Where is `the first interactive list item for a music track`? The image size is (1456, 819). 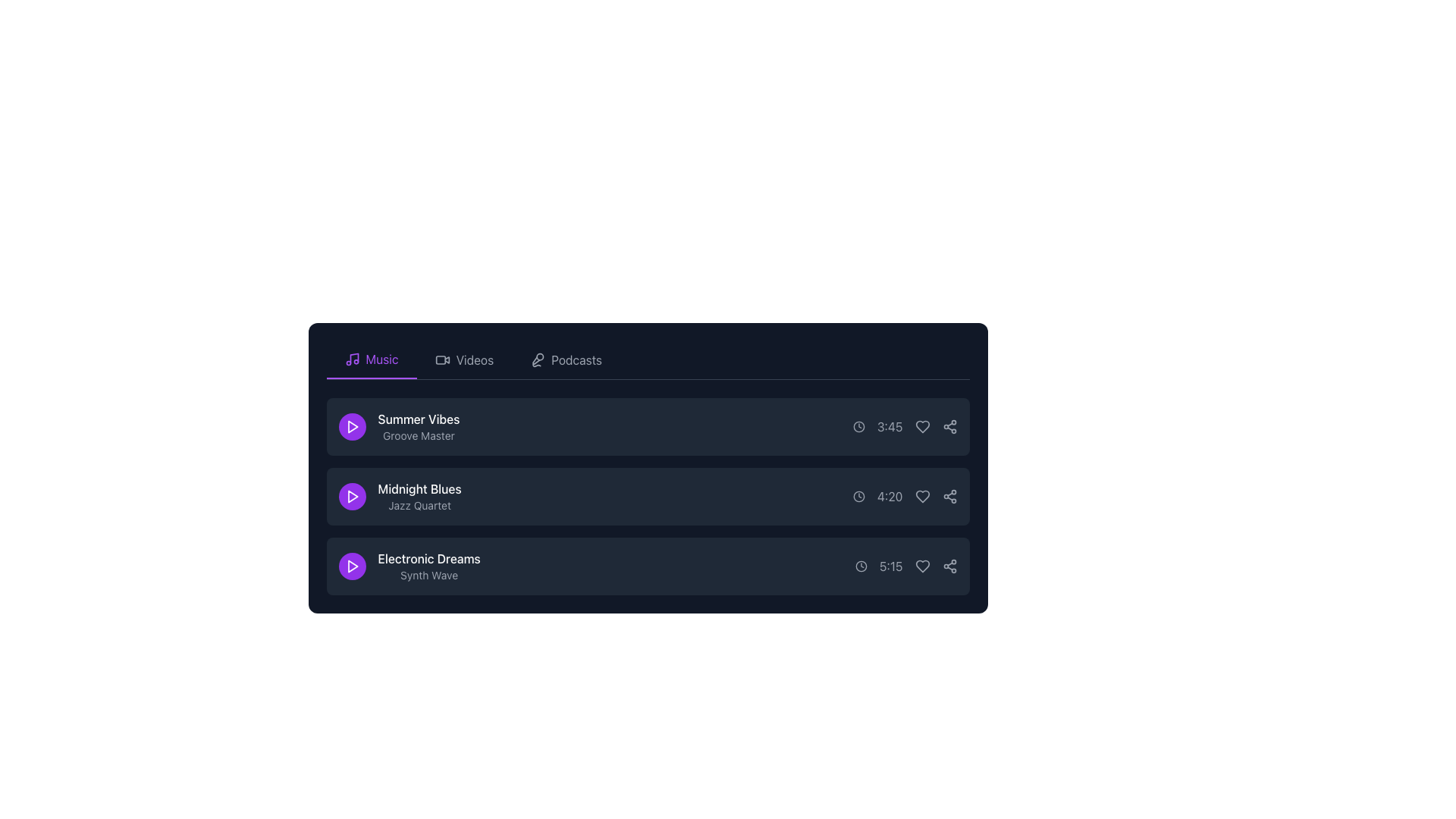
the first interactive list item for a music track is located at coordinates (648, 427).